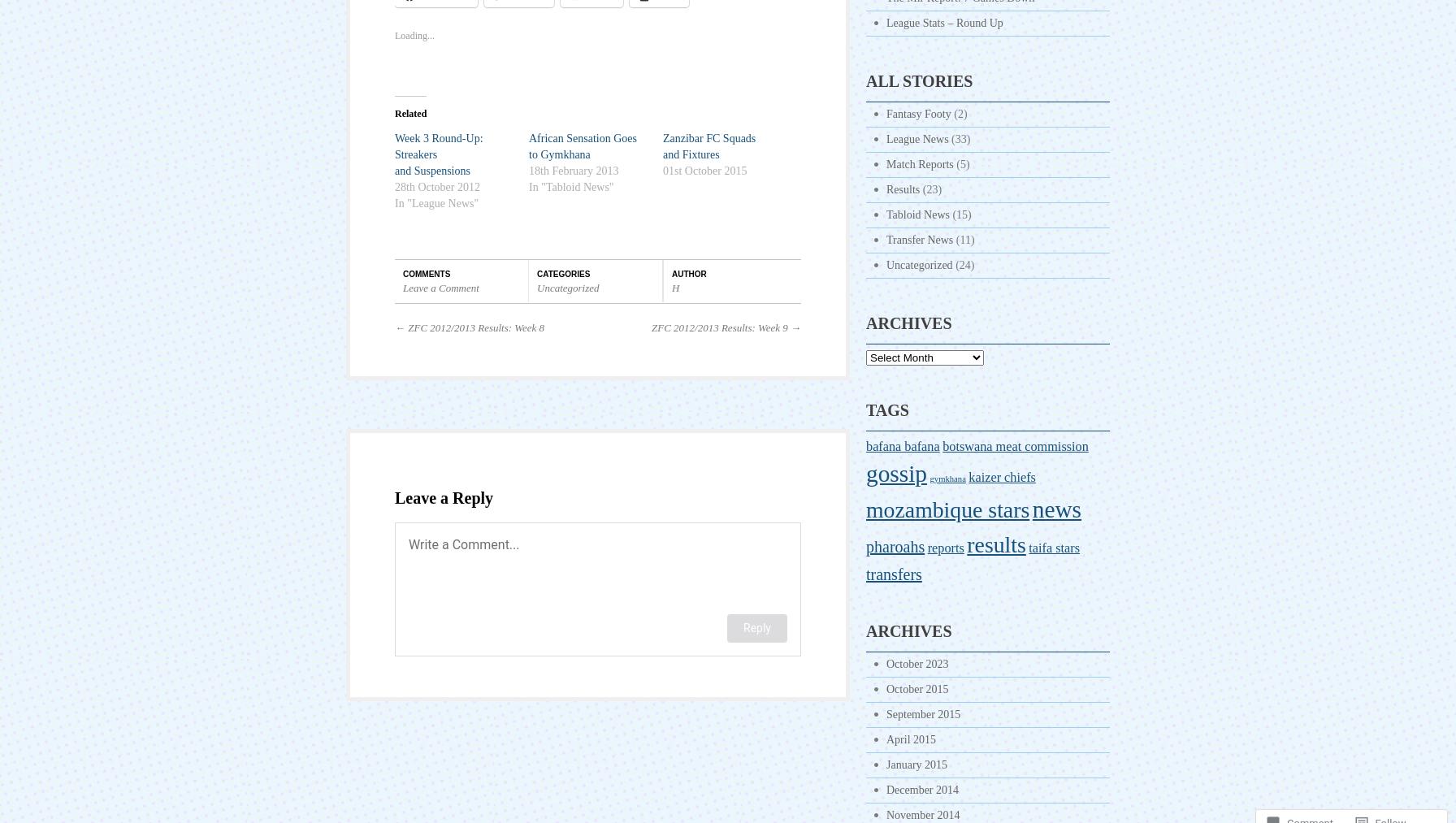 The image size is (1456, 823). Describe the element at coordinates (887, 409) in the screenshot. I see `'Tags'` at that location.